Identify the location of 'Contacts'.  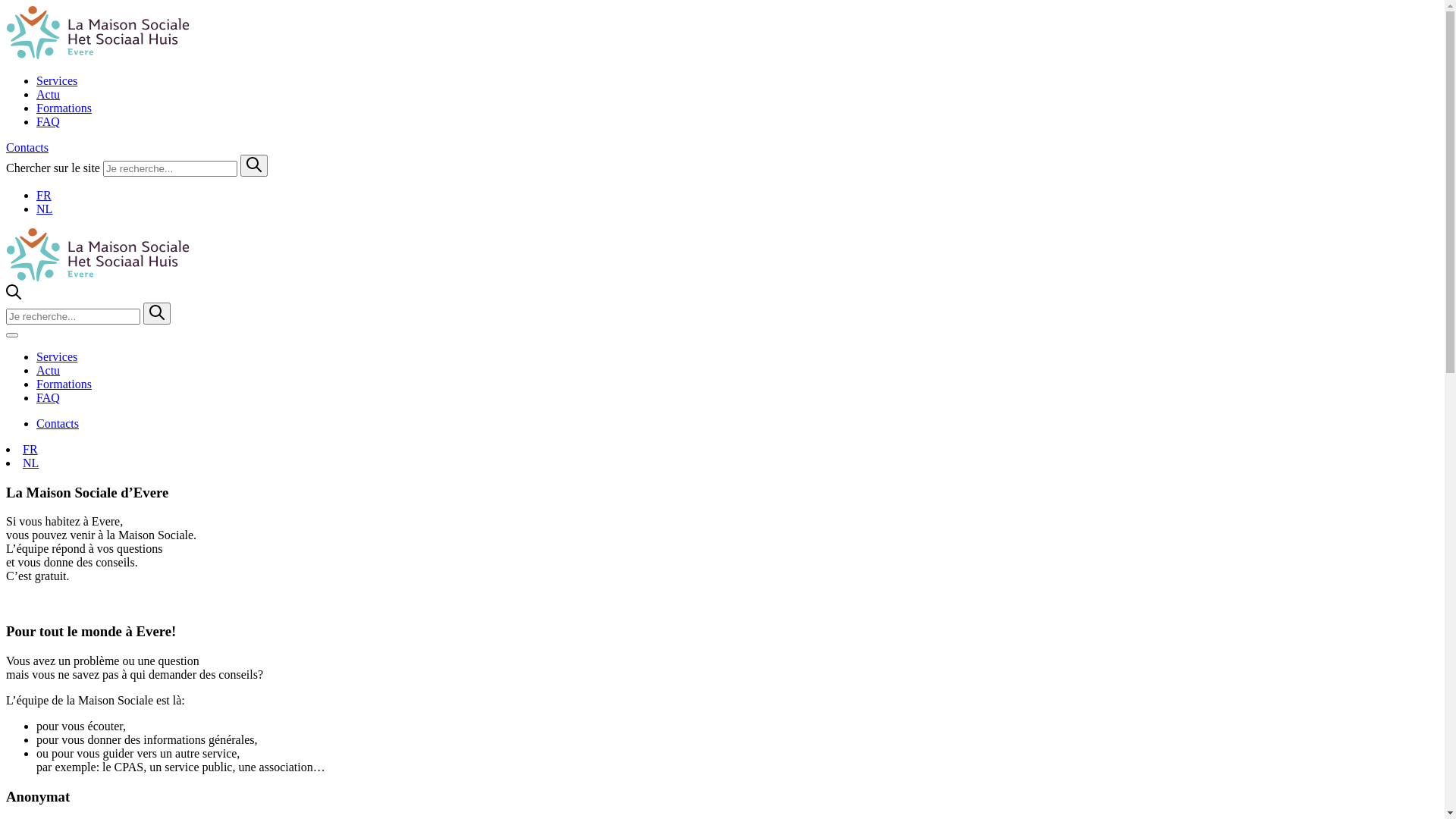
(58, 423).